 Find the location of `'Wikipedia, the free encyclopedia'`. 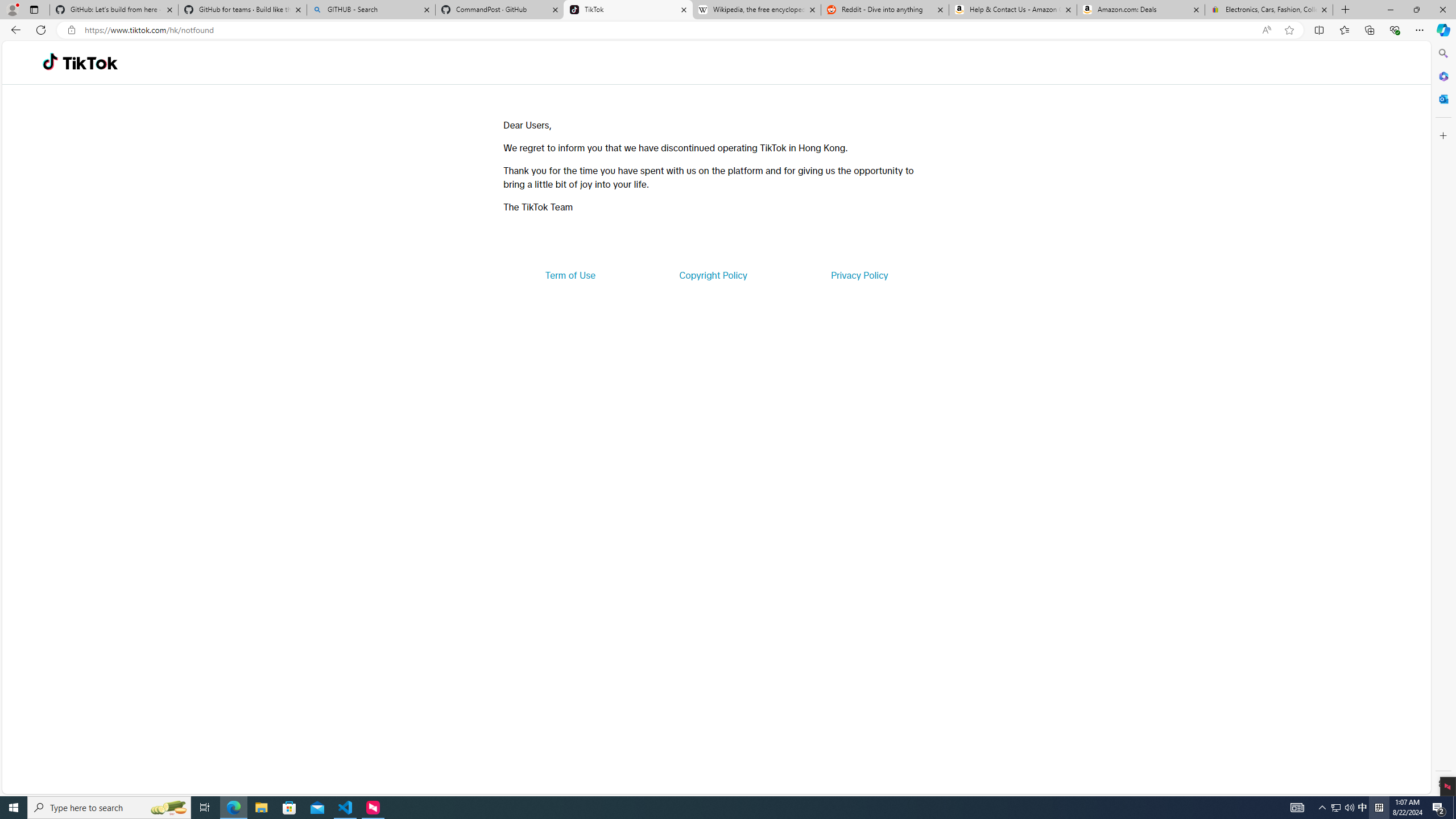

'Wikipedia, the free encyclopedia' is located at coordinates (755, 9).